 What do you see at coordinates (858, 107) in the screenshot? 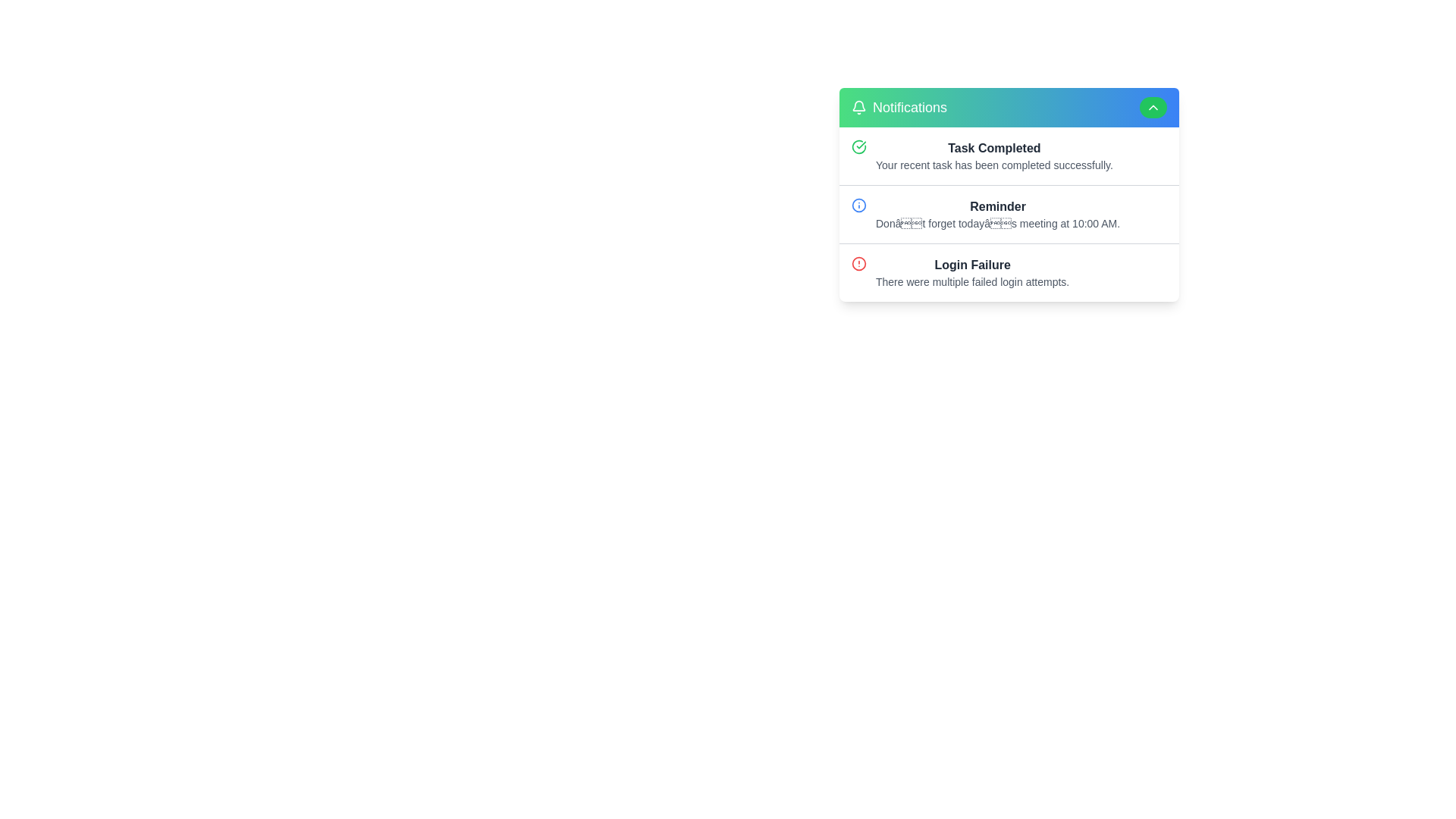
I see `the bell icon located to the left of the 'Notifications' text in the header of the notification panel` at bounding box center [858, 107].